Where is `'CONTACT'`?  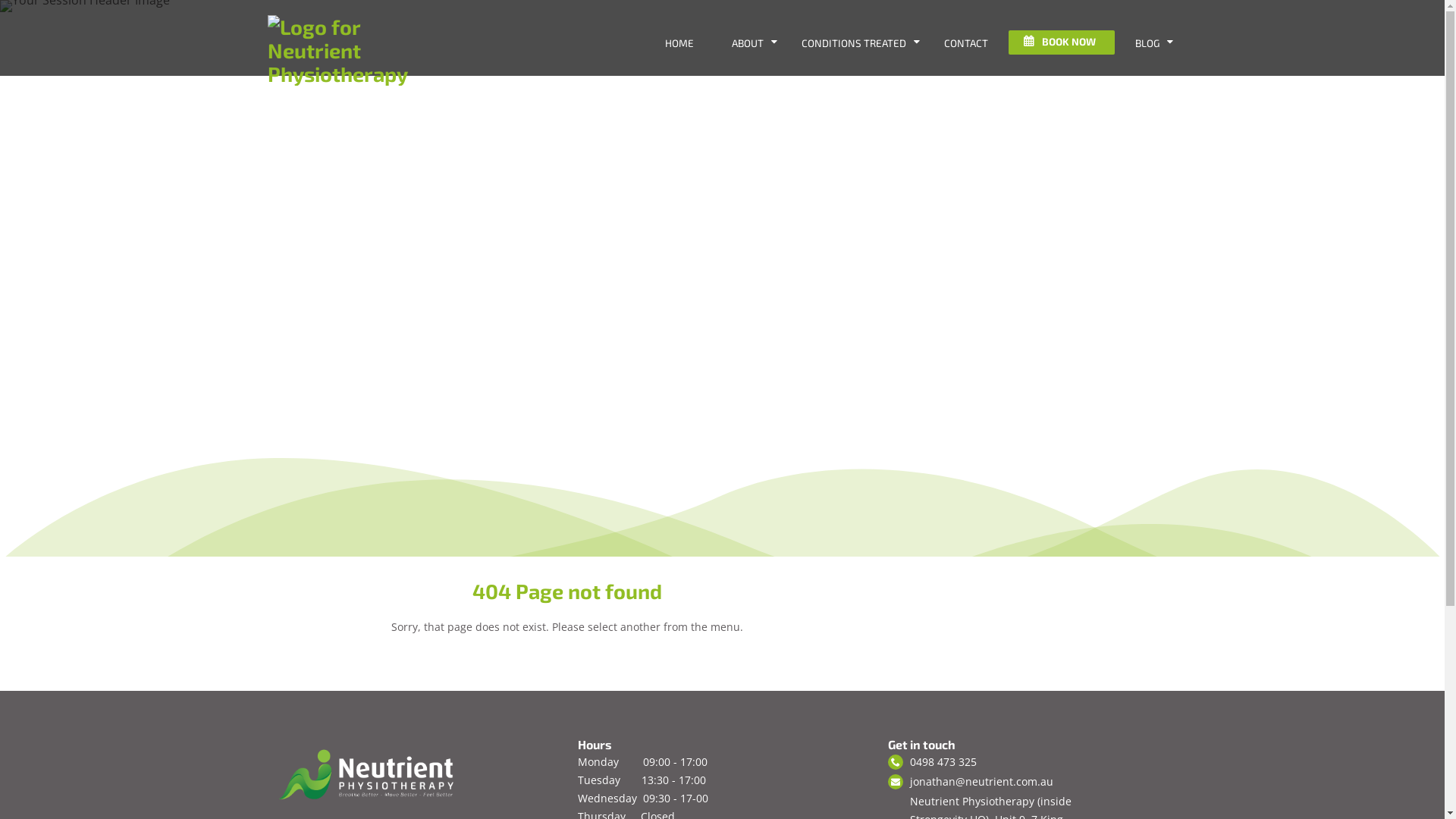
'CONTACT' is located at coordinates (965, 42).